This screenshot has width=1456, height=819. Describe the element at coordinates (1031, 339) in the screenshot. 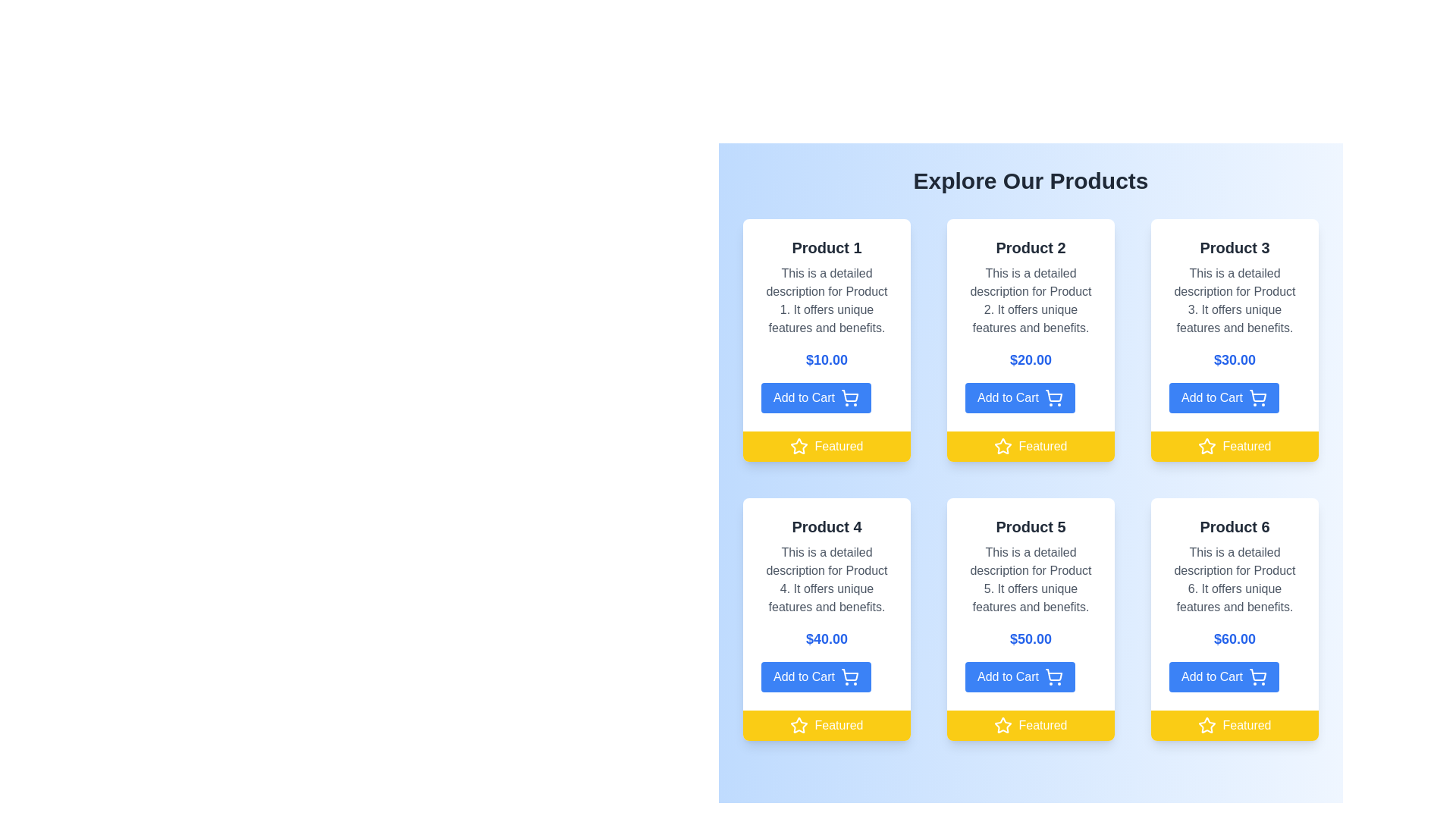

I see `product details from the product card component located between 'Product 1' and 'Product 3' in the grid layout` at that location.